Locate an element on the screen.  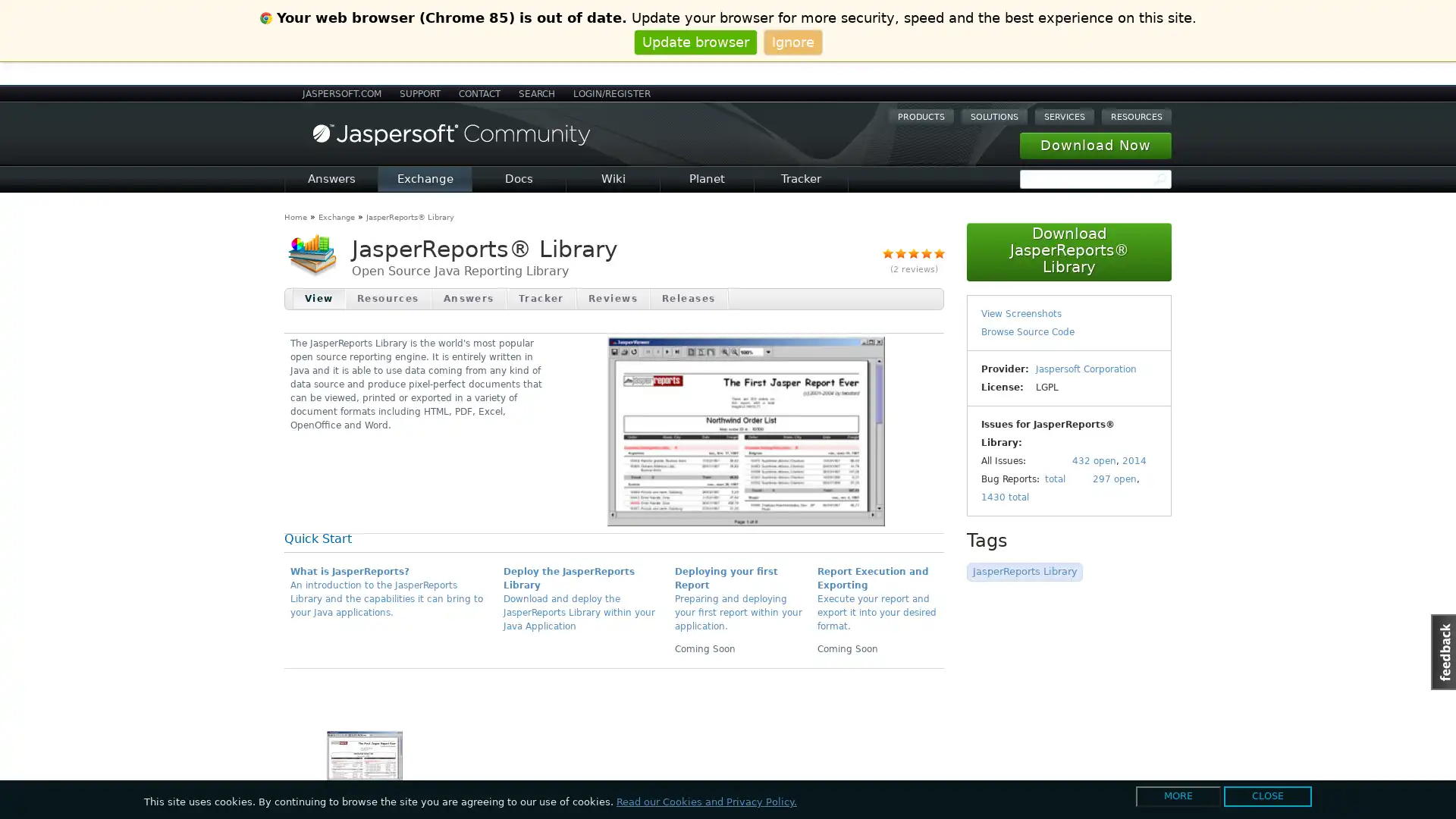
Search is located at coordinates (1160, 178).